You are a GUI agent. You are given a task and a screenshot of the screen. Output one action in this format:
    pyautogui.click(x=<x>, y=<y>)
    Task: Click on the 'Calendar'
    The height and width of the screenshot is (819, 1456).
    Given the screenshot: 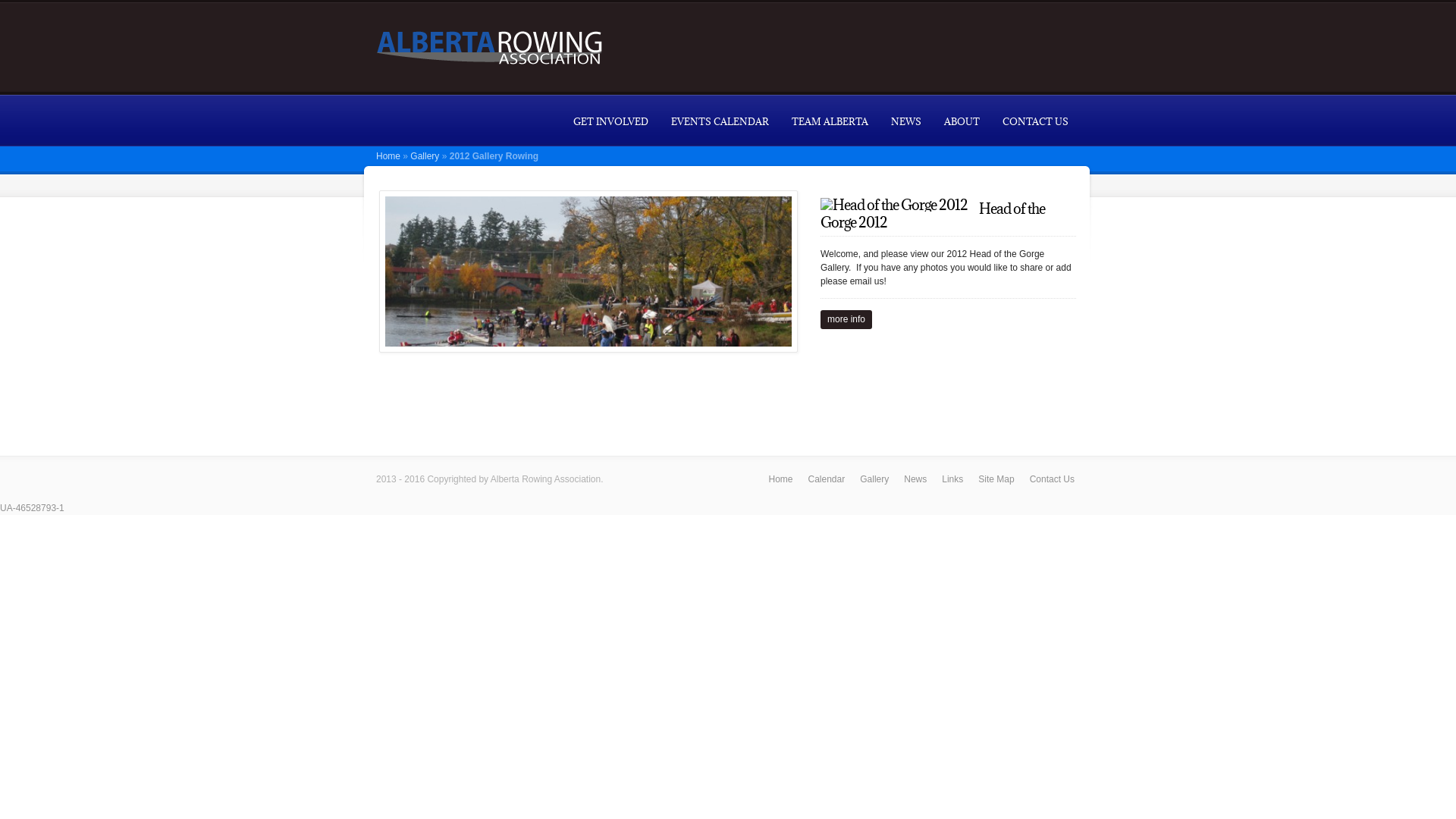 What is the action you would take?
    pyautogui.click(x=826, y=479)
    